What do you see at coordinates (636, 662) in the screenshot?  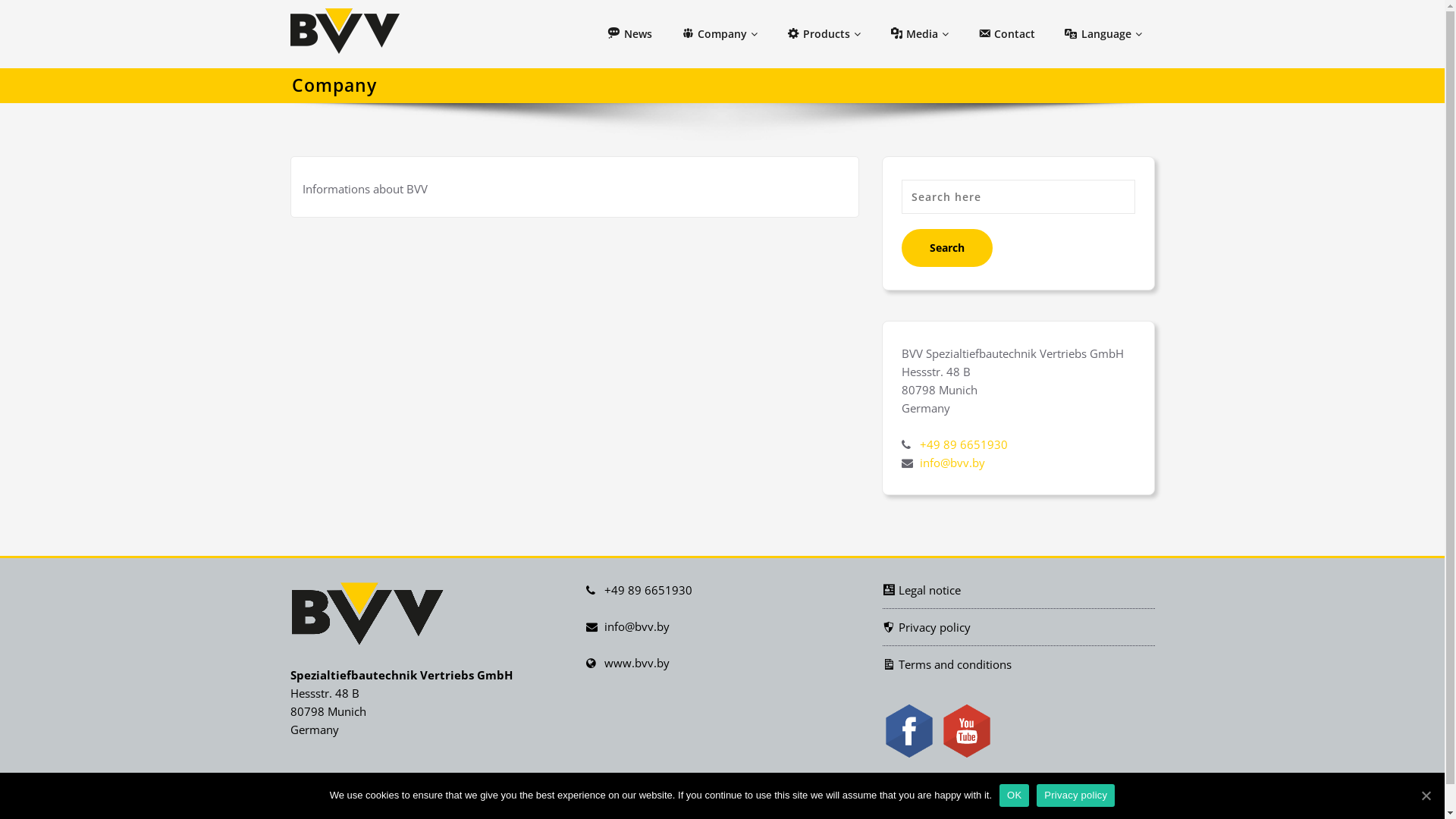 I see `'www.bvv.by'` at bounding box center [636, 662].